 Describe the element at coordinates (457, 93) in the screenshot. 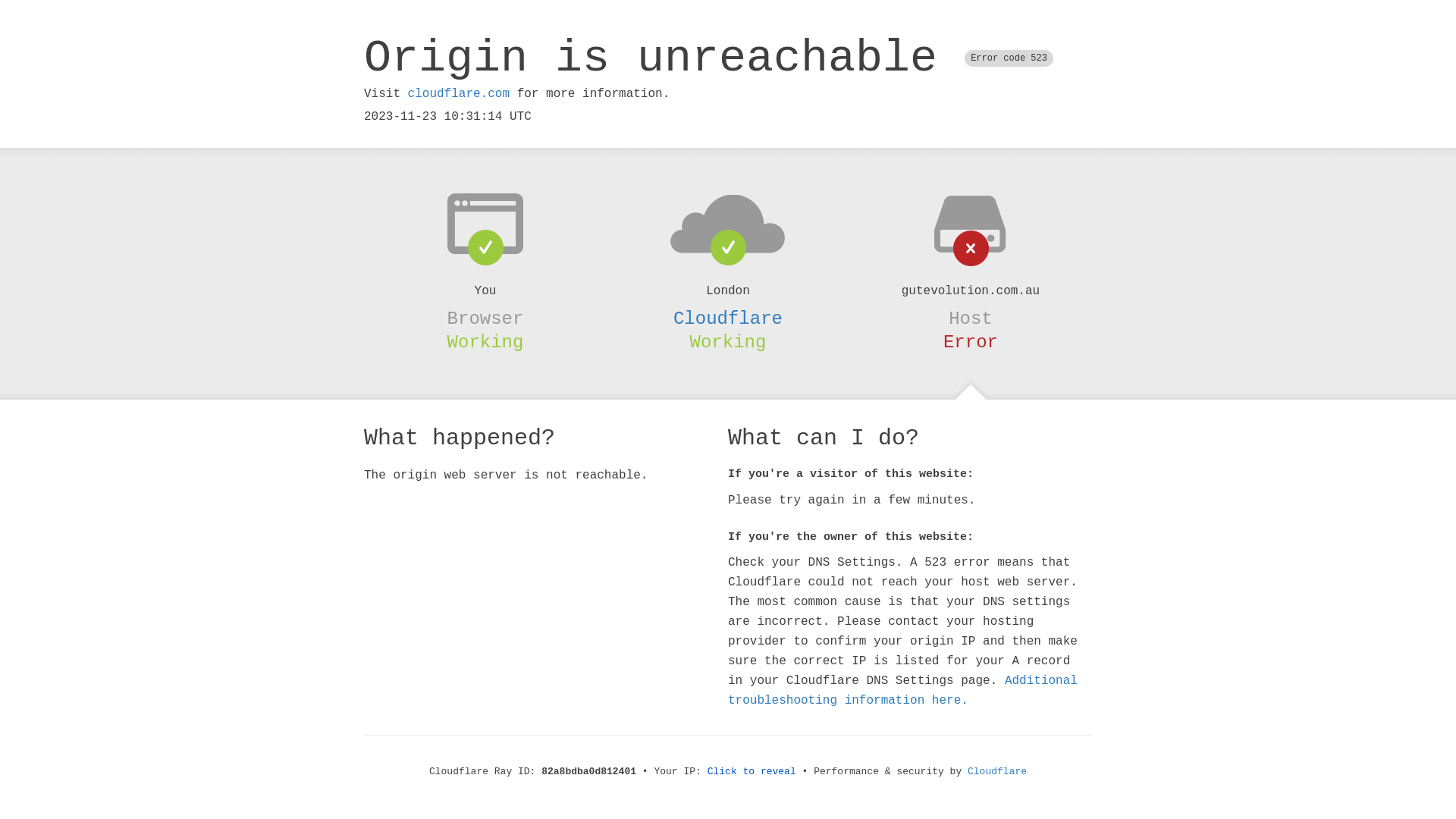

I see `'cloudflare.com'` at that location.